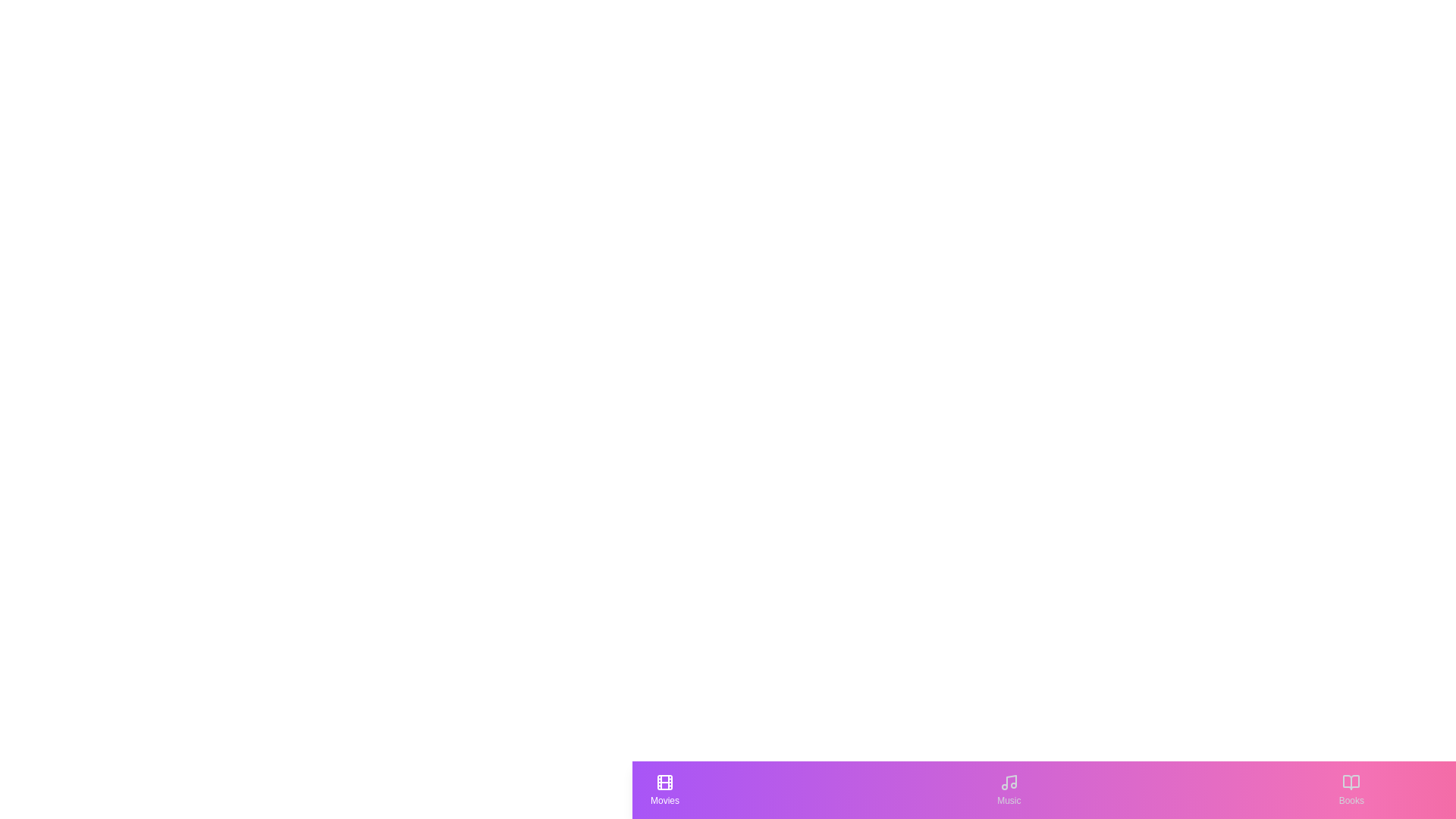 Image resolution: width=1456 pixels, height=819 pixels. Describe the element at coordinates (1351, 789) in the screenshot. I see `the Books tab to see its hover effect` at that location.